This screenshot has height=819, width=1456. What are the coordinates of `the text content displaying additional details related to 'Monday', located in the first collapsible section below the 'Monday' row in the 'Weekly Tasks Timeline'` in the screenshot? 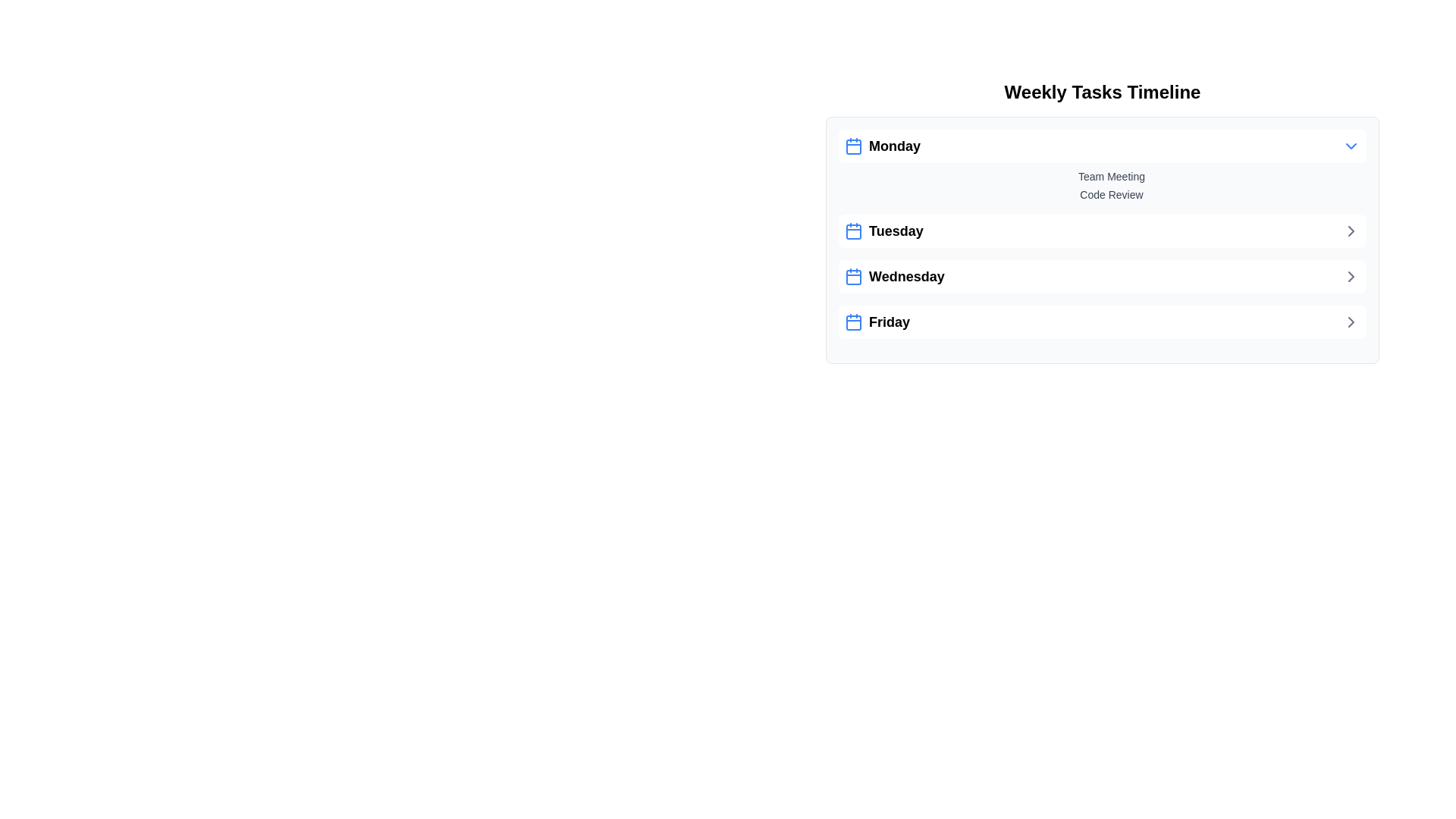 It's located at (1103, 166).